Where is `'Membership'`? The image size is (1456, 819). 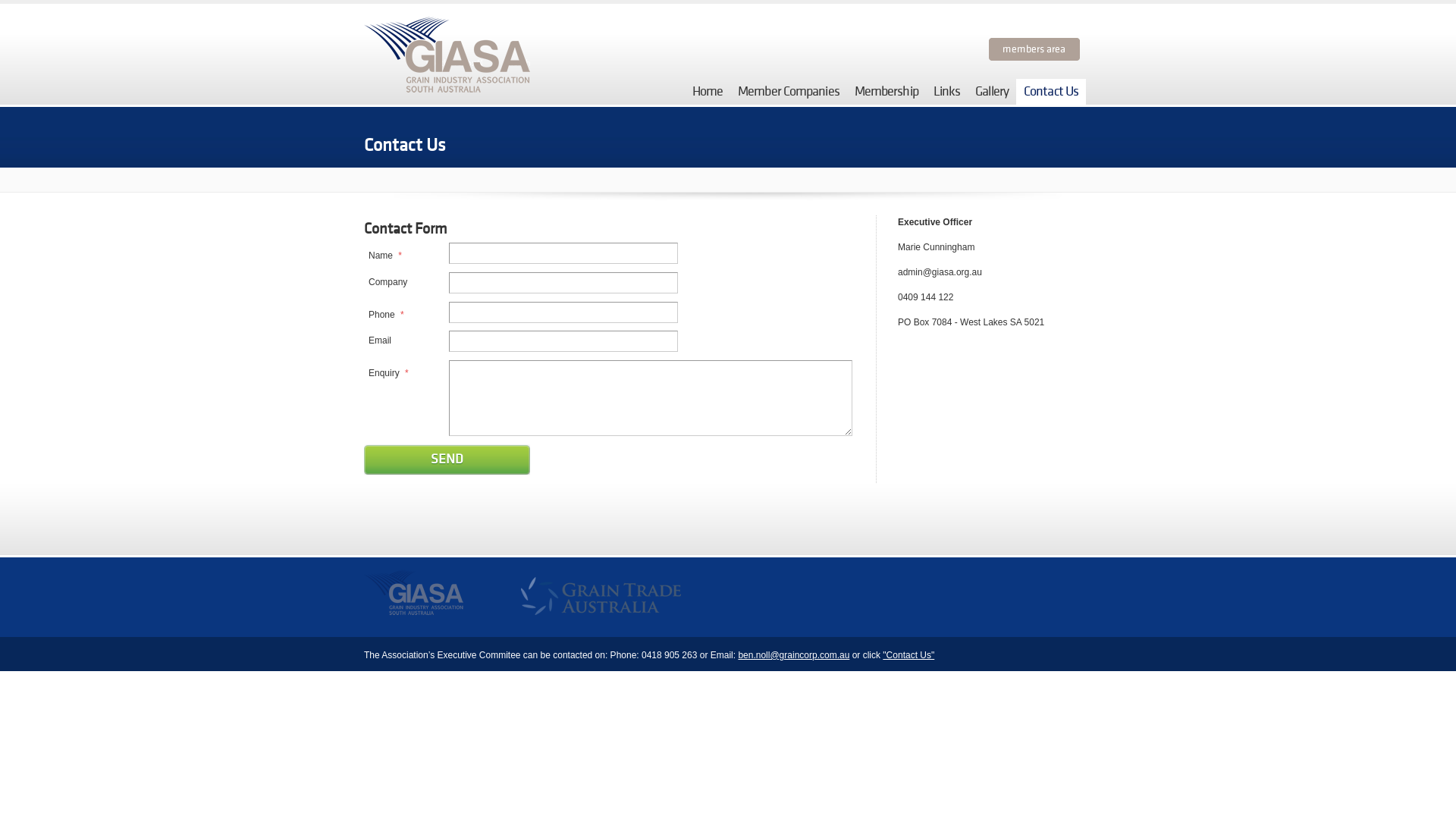
'Membership' is located at coordinates (886, 91).